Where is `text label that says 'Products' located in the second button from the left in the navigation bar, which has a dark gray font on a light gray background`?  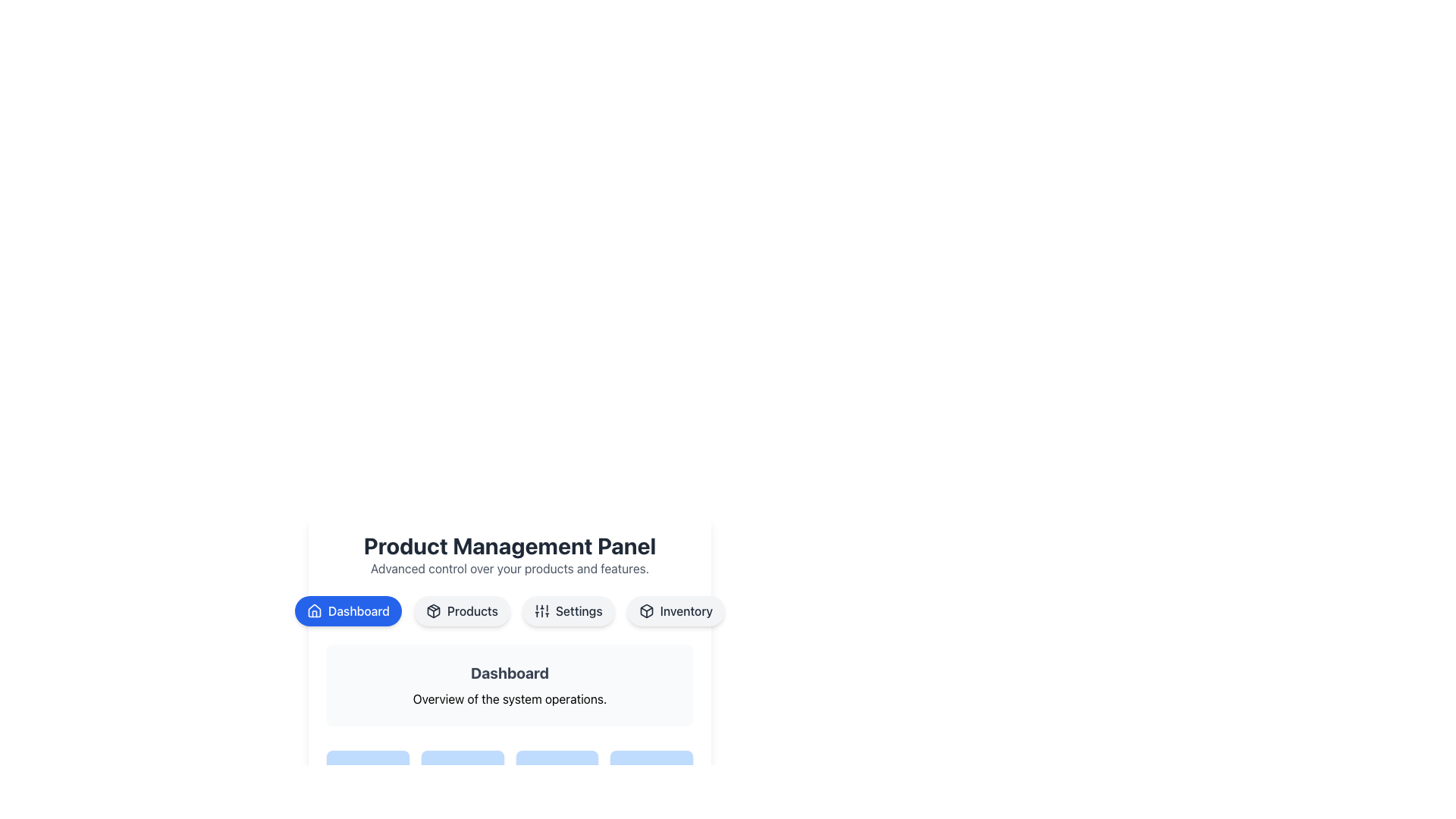 text label that says 'Products' located in the second button from the left in the navigation bar, which has a dark gray font on a light gray background is located at coordinates (472, 610).